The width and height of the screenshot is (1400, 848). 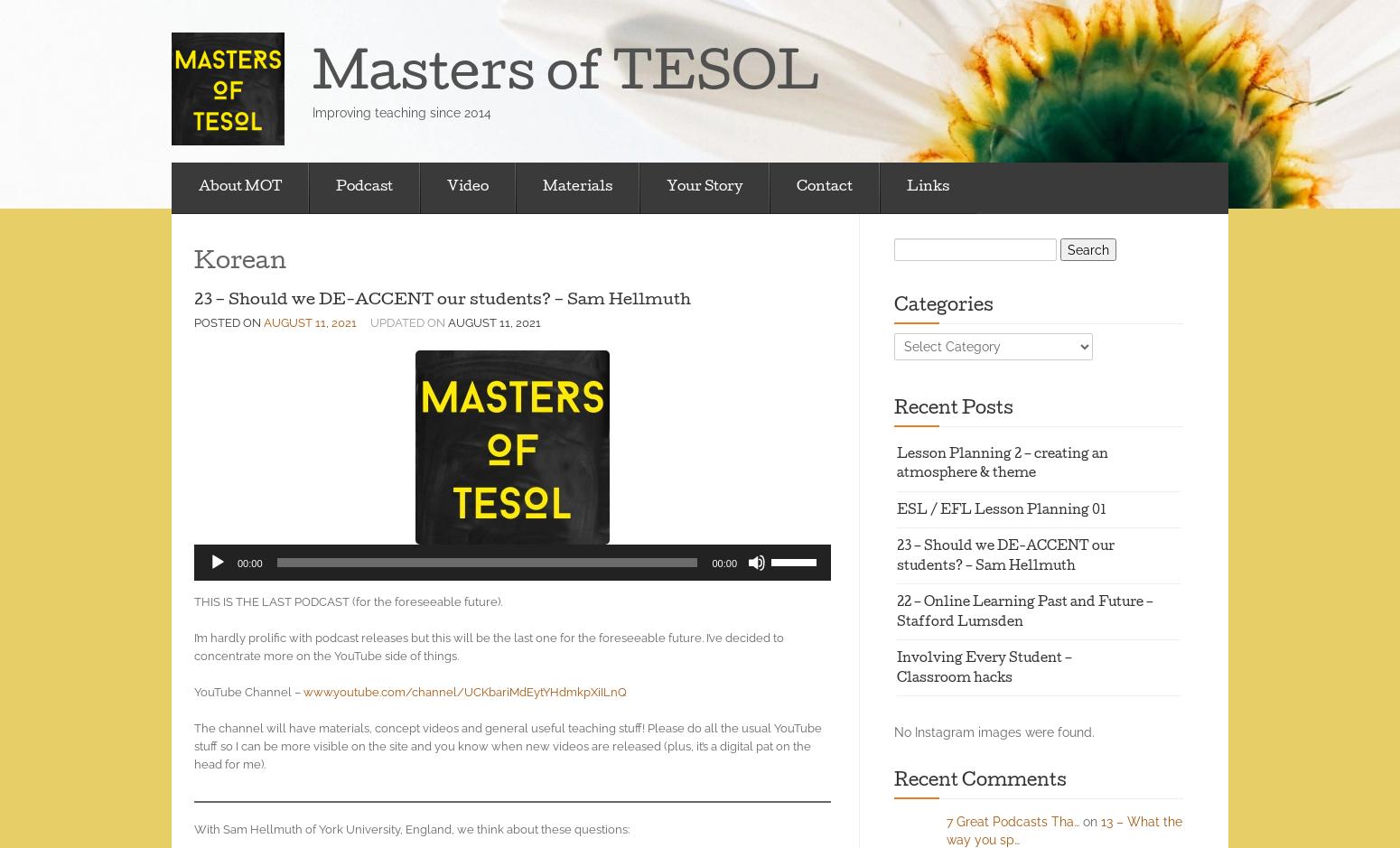 I want to click on 'Links', so click(x=928, y=186).